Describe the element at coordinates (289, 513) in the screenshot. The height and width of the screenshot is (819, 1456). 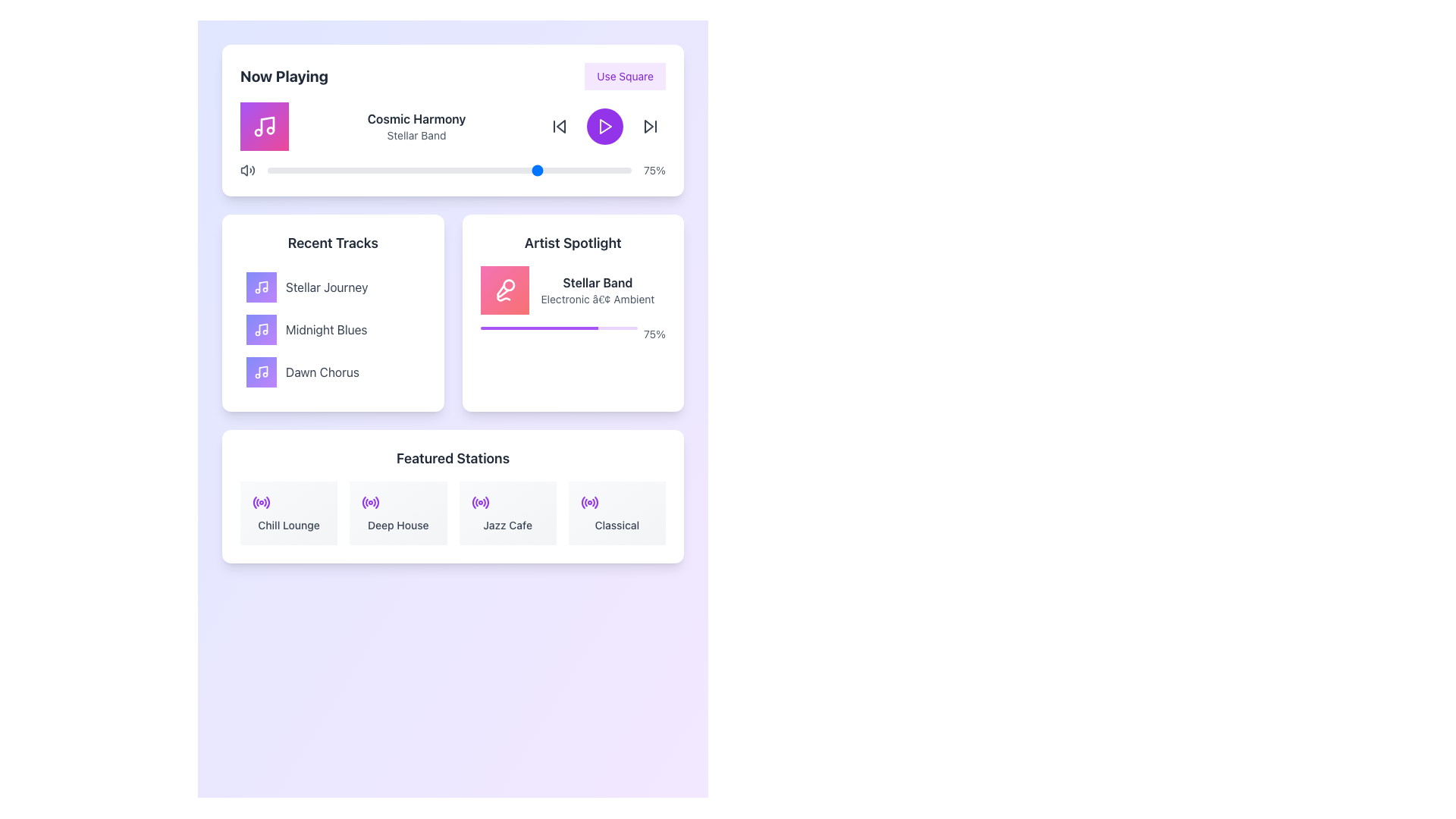
I see `the 'Chill Lounge' card, which is the first card in the 'Featured Stations' row` at that location.